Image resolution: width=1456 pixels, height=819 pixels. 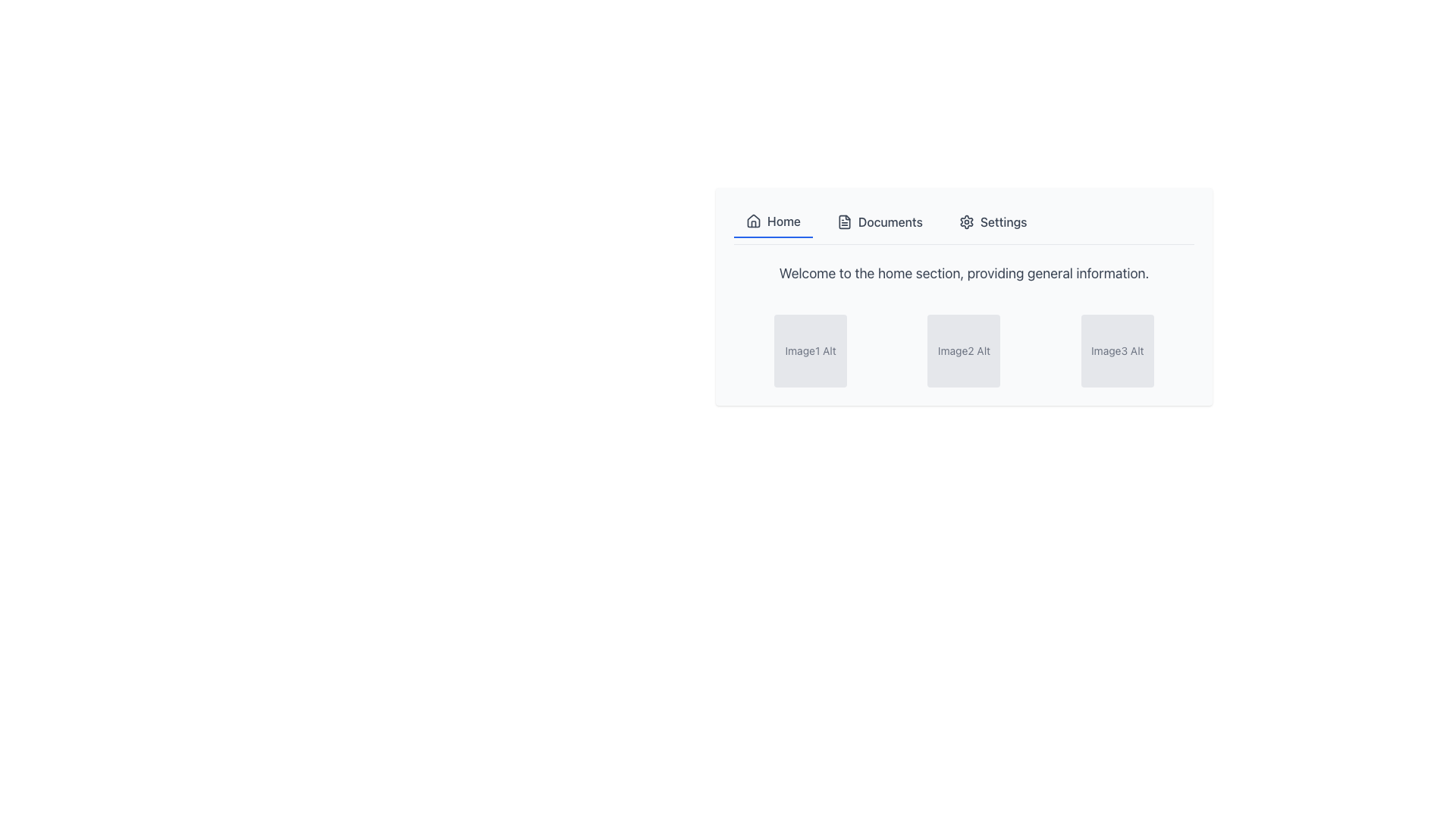 I want to click on the 'Documents' icon in the navigation bar, which is a document icon with a folded corner, situated between the 'Home' and 'Settings' tabs, so click(x=843, y=222).